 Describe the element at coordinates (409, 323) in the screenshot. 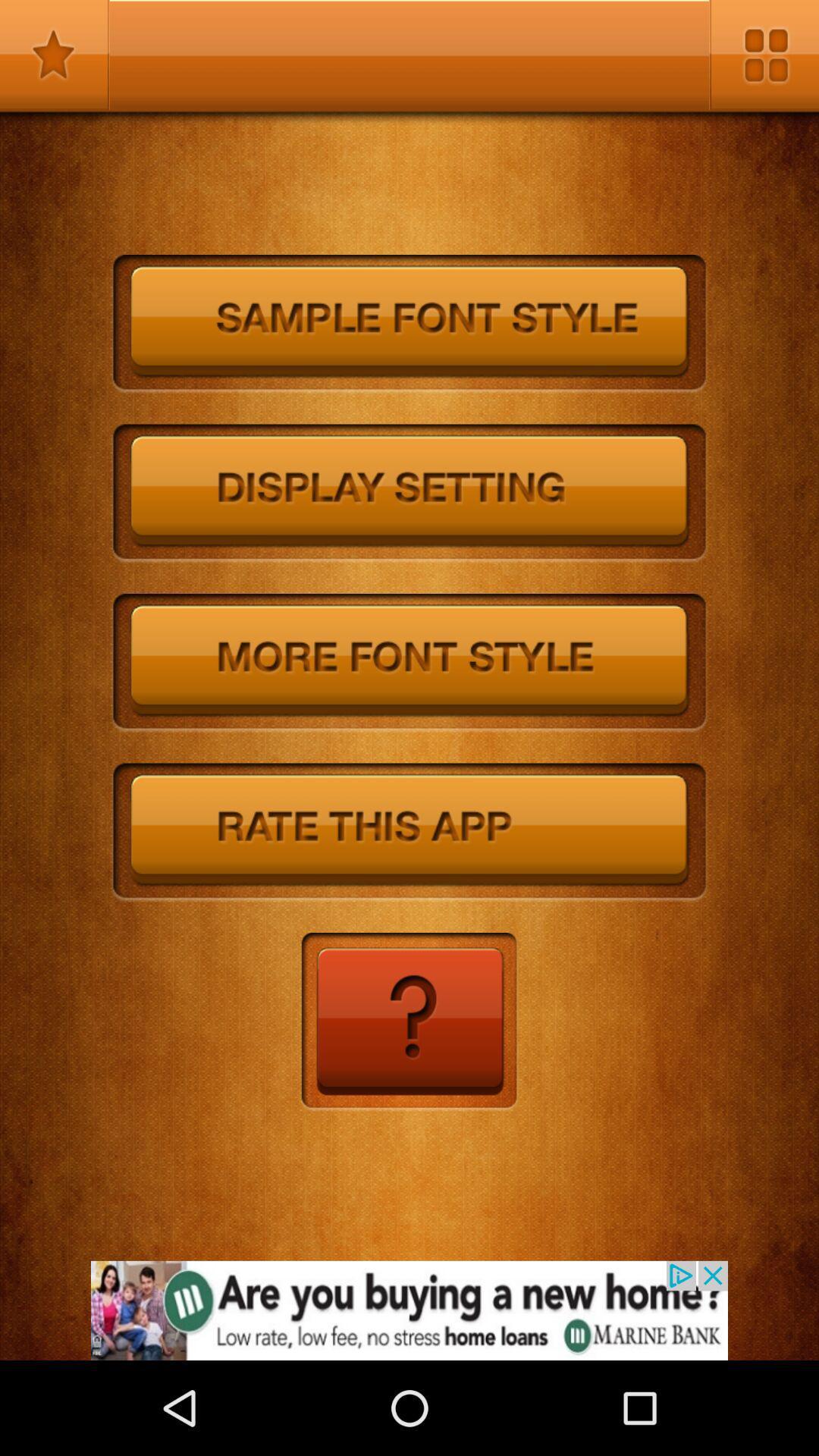

I see `sample fon style` at that location.